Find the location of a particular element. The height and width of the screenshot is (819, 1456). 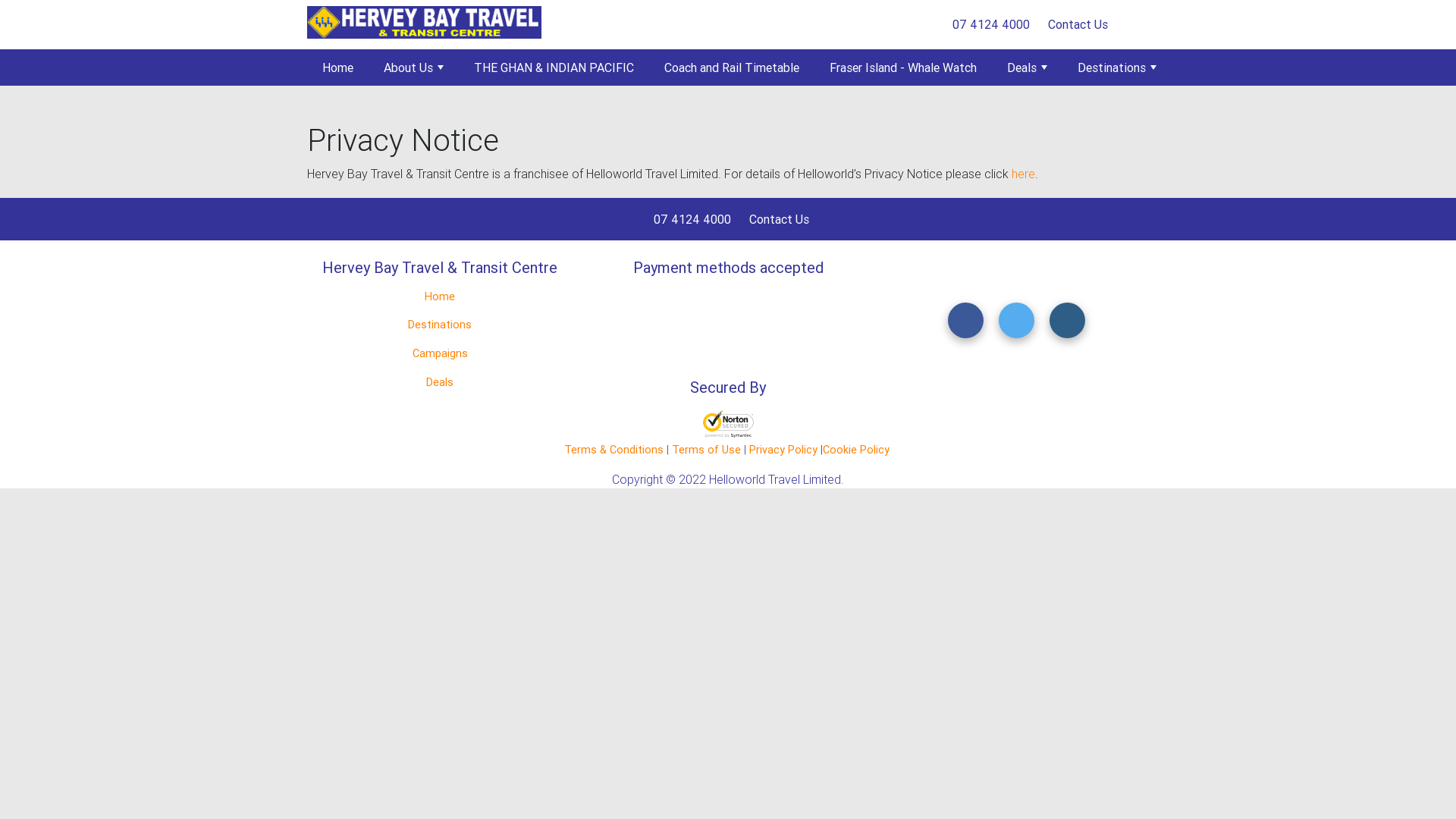

'Deals' is located at coordinates (439, 382).